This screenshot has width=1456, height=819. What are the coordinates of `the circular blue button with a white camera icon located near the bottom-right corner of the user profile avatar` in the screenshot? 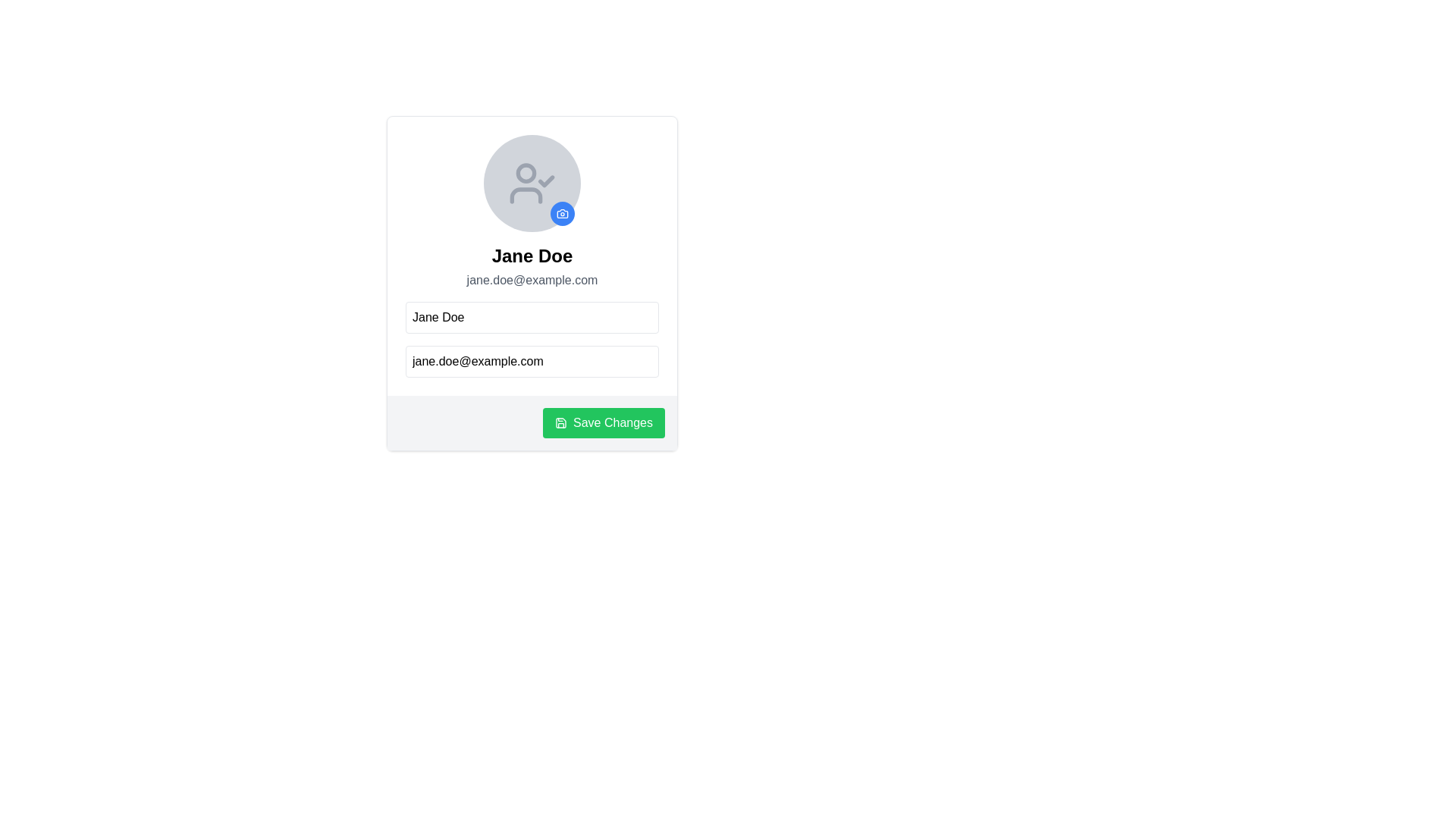 It's located at (562, 213).